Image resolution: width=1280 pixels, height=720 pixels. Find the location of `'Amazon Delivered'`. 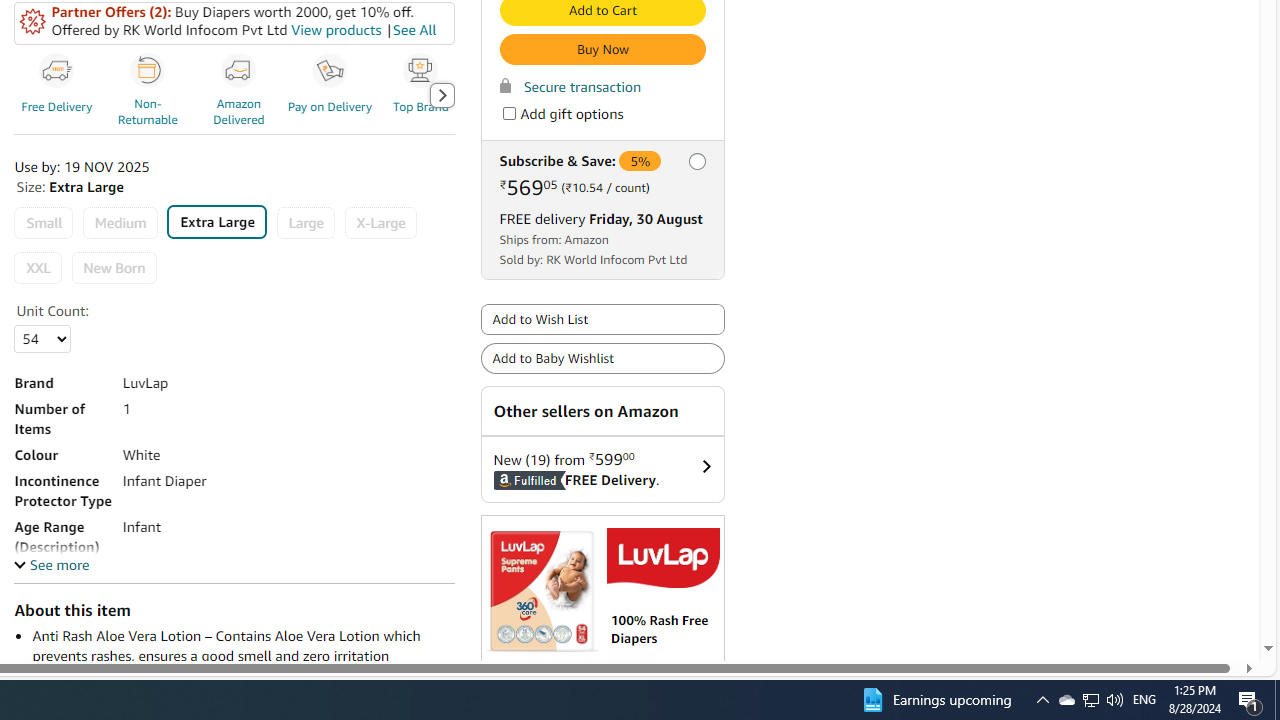

'Amazon Delivered' is located at coordinates (239, 70).